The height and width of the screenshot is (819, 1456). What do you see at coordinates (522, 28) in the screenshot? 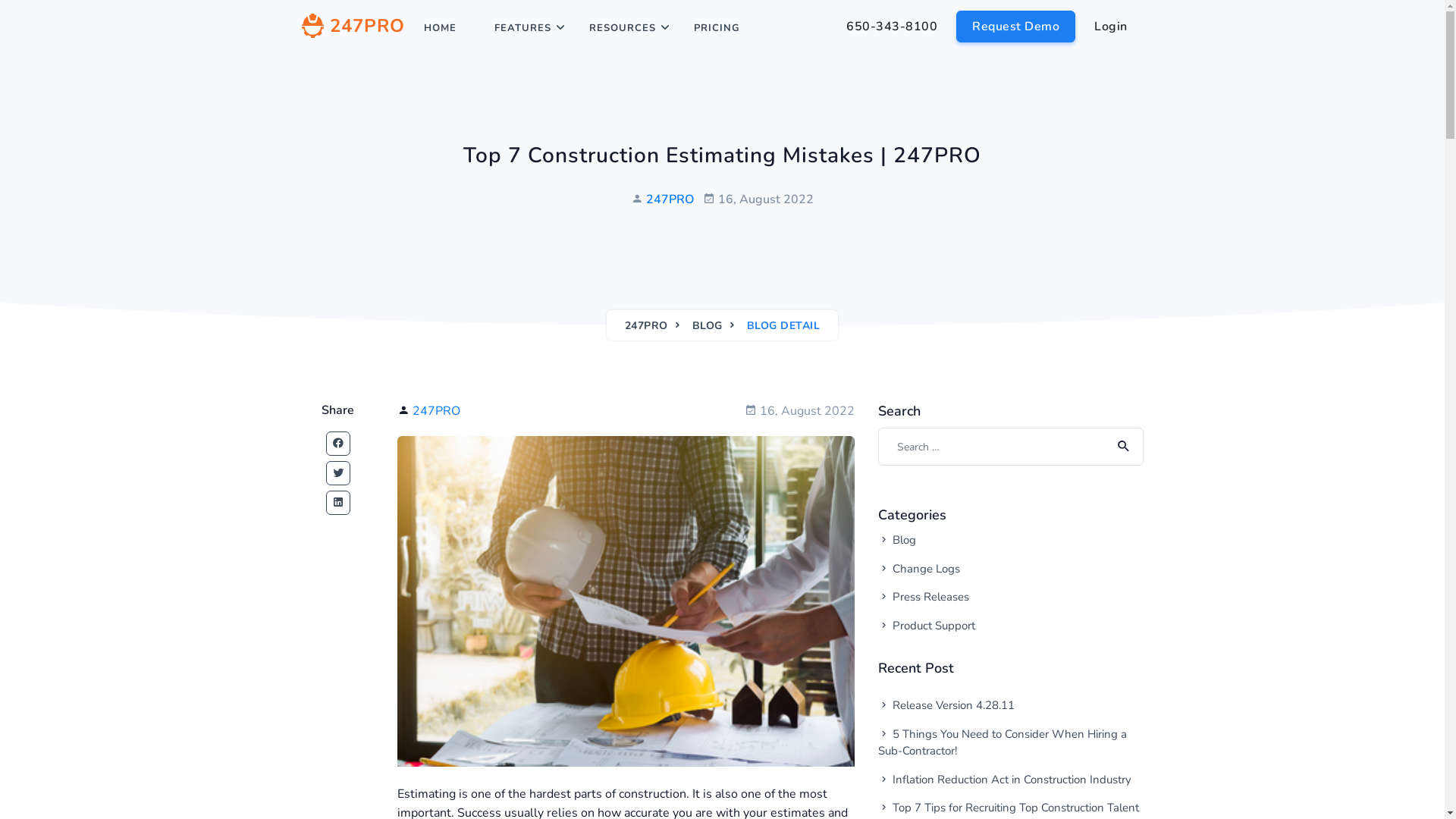
I see `'FEATURES'` at bounding box center [522, 28].